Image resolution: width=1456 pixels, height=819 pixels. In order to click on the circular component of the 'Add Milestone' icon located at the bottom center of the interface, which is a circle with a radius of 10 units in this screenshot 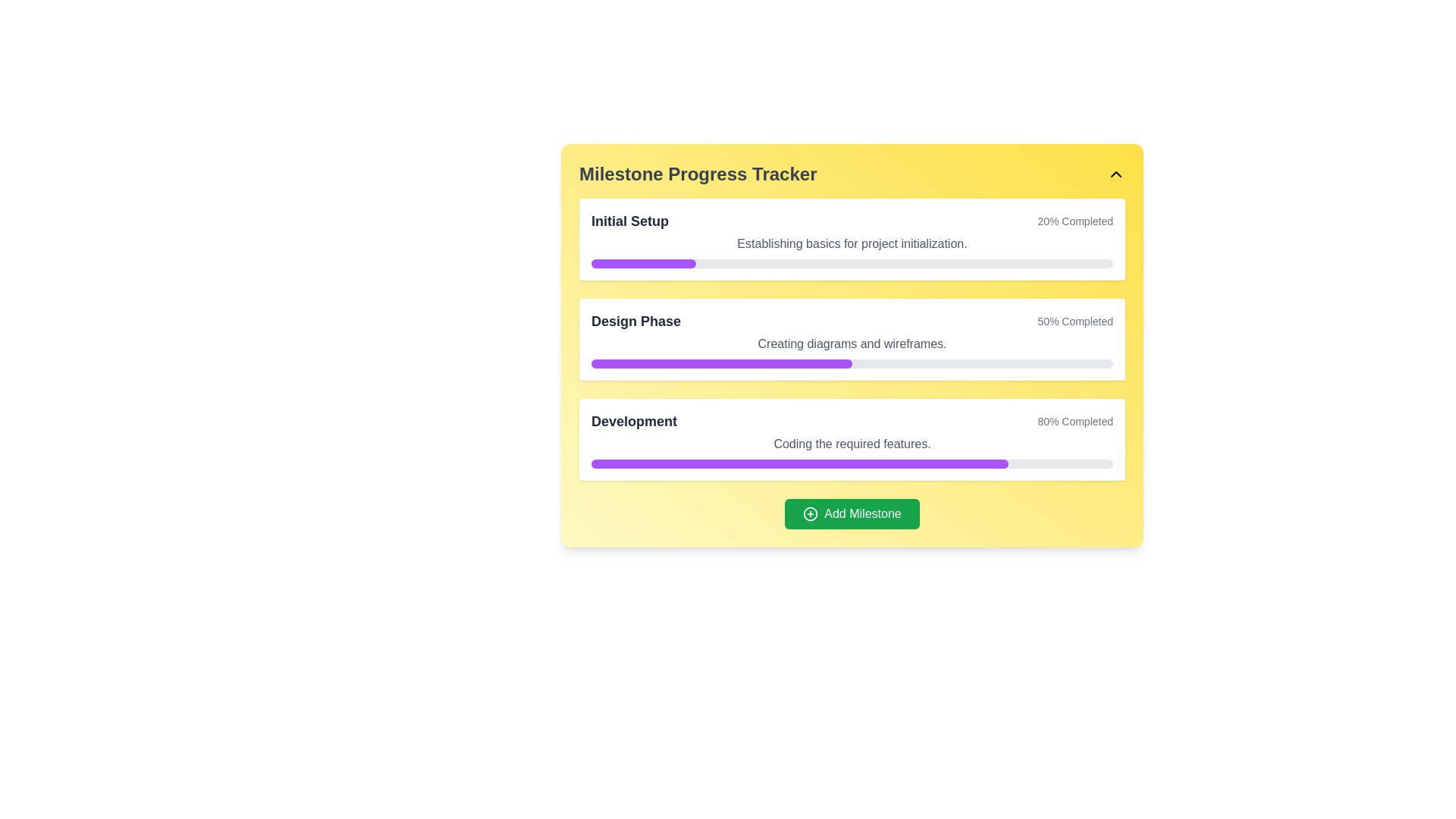, I will do `click(810, 513)`.